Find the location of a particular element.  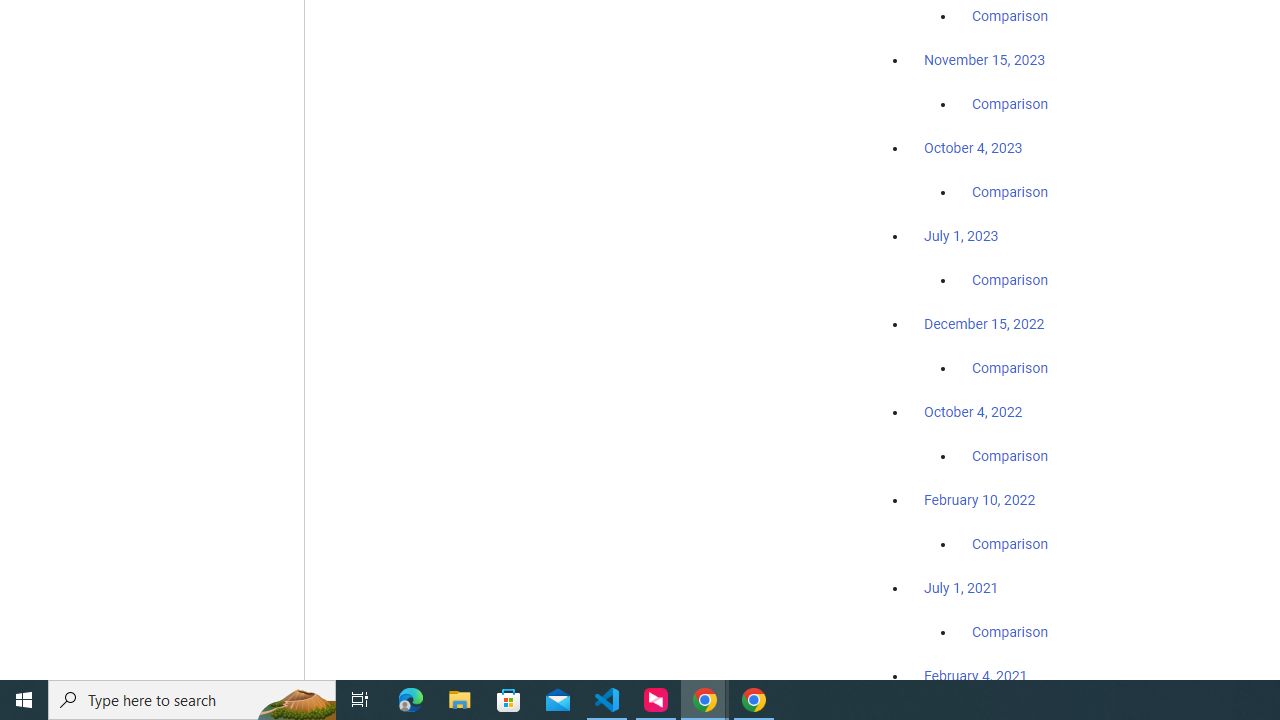

'November 15, 2023' is located at coordinates (984, 59).